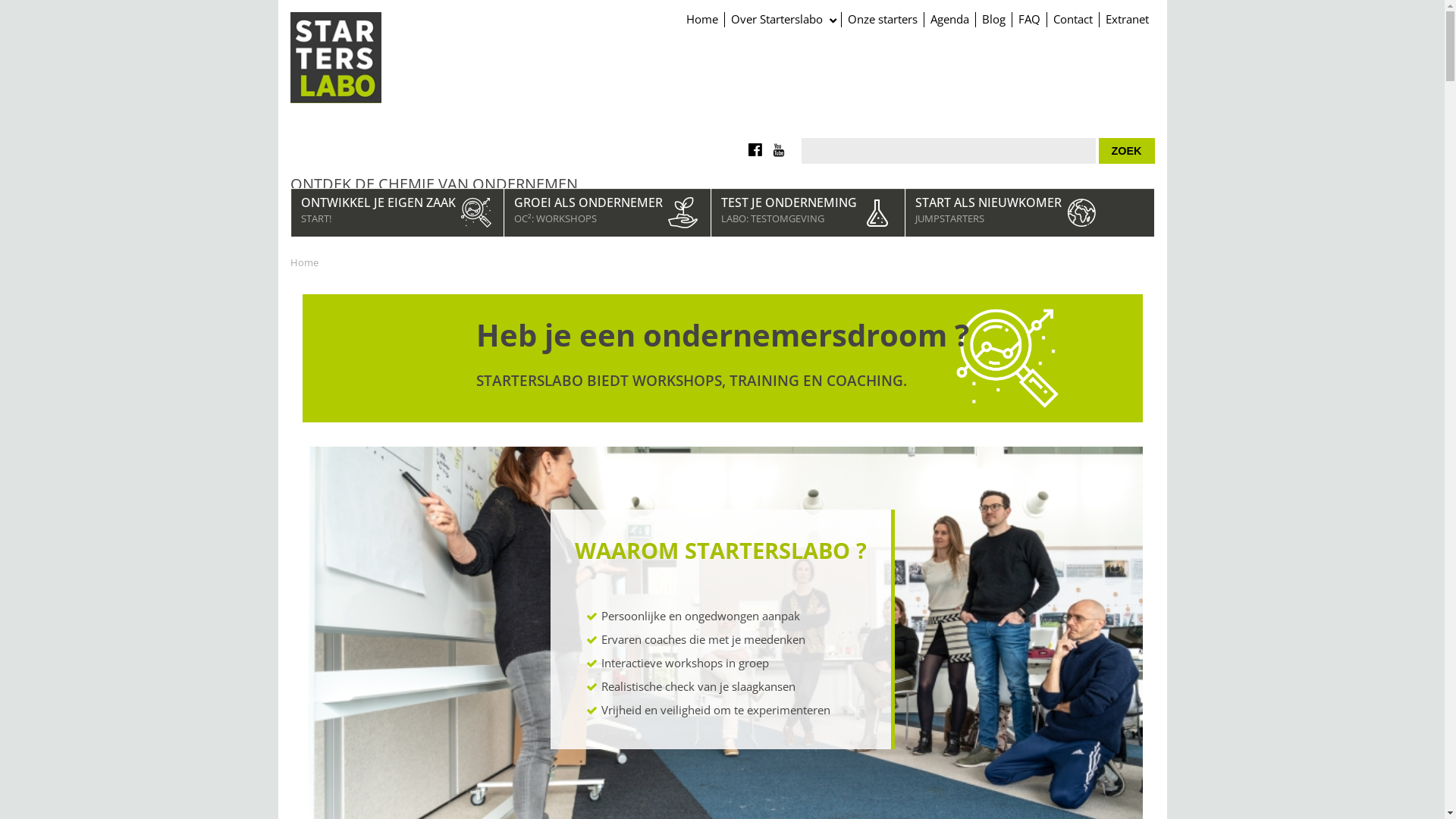  What do you see at coordinates (949, 20) in the screenshot?
I see `'Agenda'` at bounding box center [949, 20].